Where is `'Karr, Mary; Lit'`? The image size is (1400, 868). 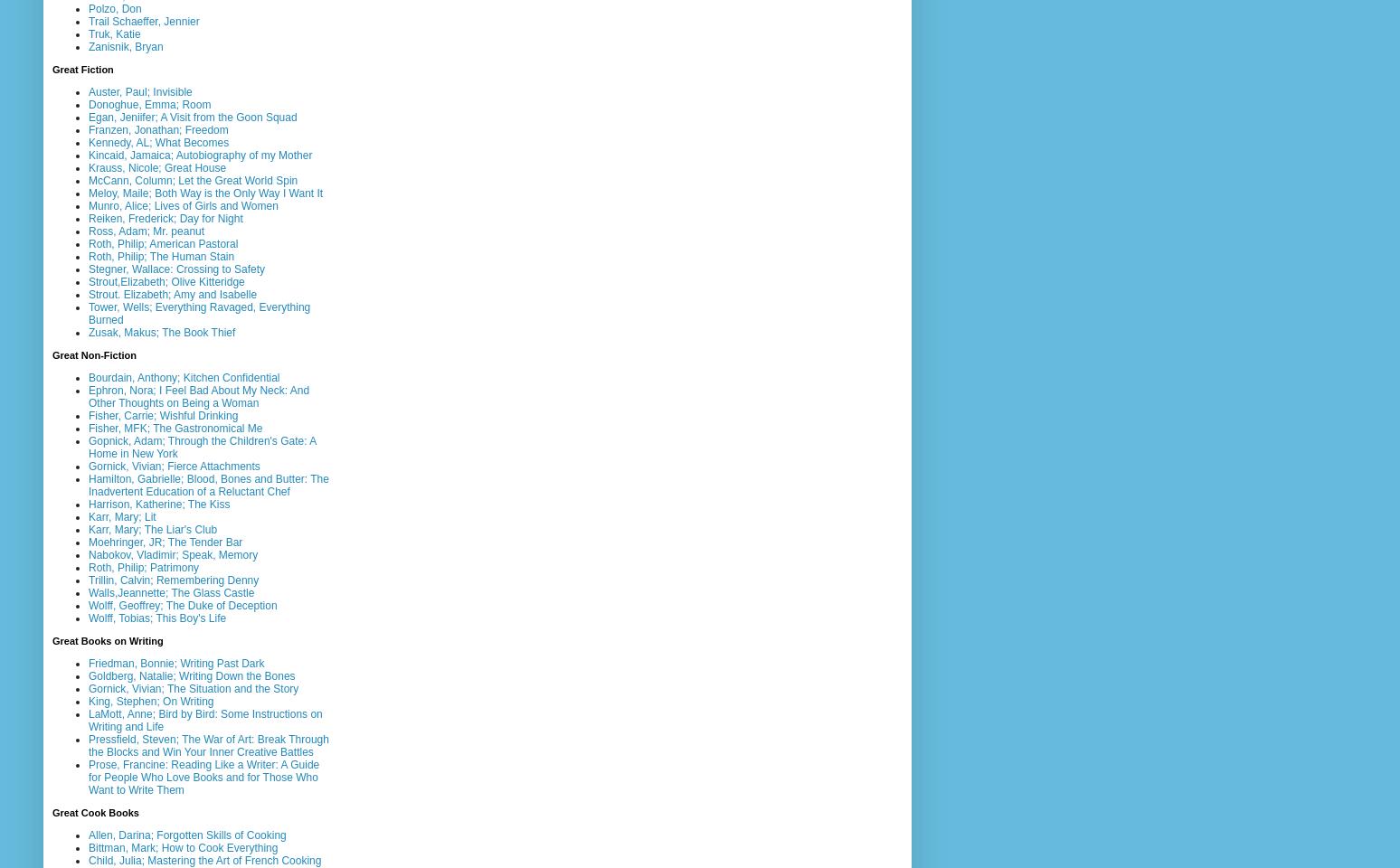
'Karr, Mary; Lit' is located at coordinates (121, 516).